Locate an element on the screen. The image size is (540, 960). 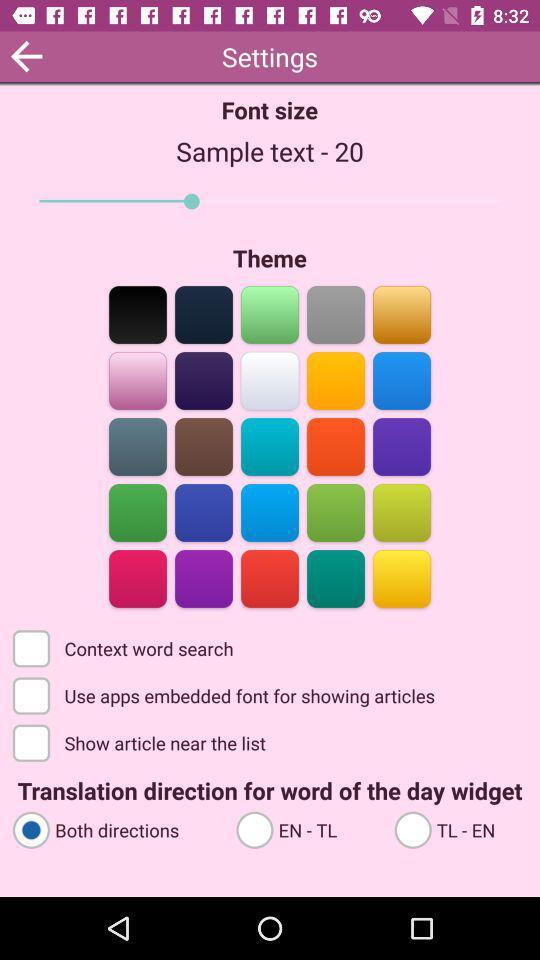
colour of the theme is located at coordinates (401, 313).